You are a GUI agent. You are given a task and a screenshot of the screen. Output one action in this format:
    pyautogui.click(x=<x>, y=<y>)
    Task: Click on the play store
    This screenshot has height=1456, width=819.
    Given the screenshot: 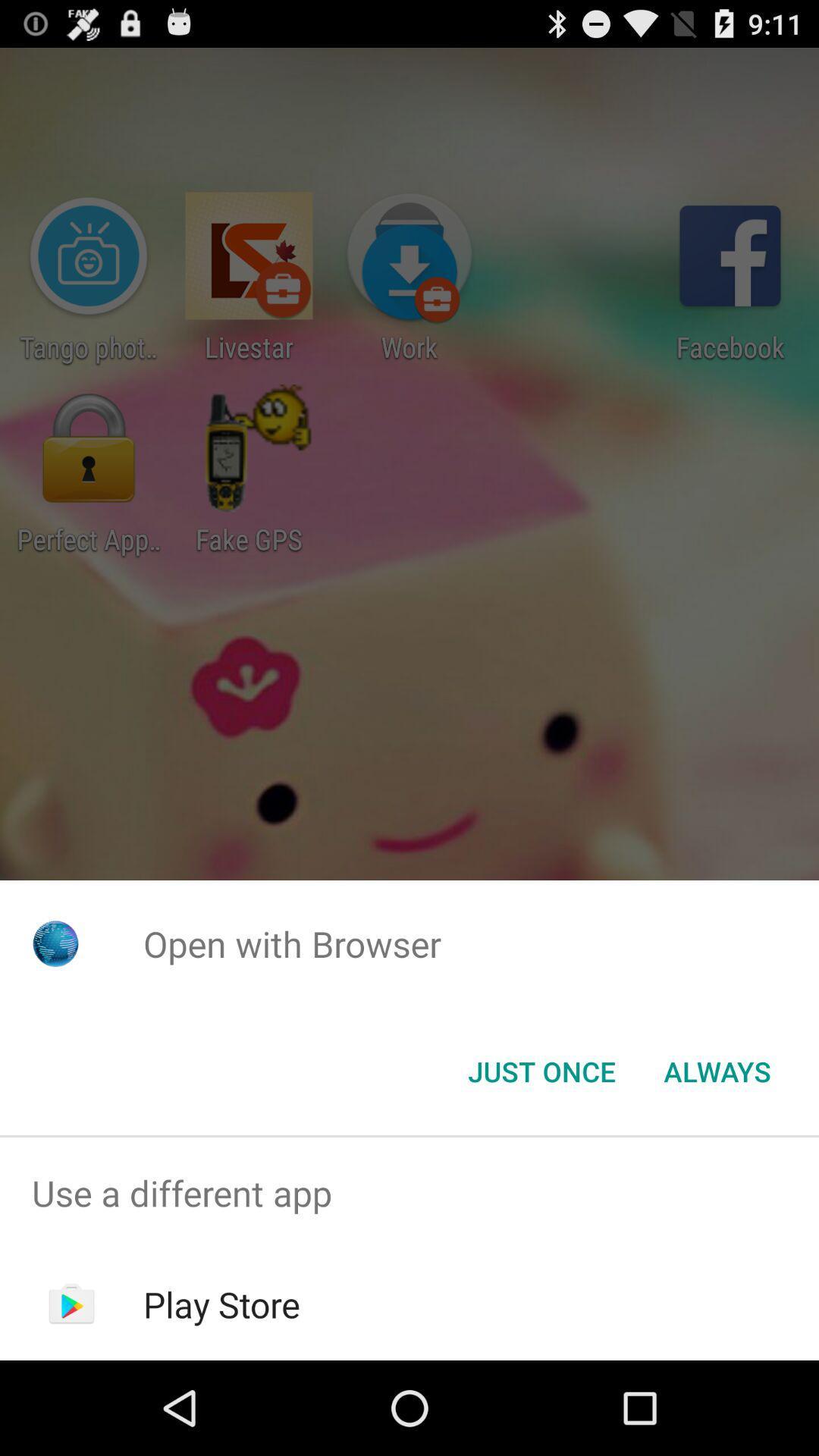 What is the action you would take?
    pyautogui.click(x=221, y=1304)
    